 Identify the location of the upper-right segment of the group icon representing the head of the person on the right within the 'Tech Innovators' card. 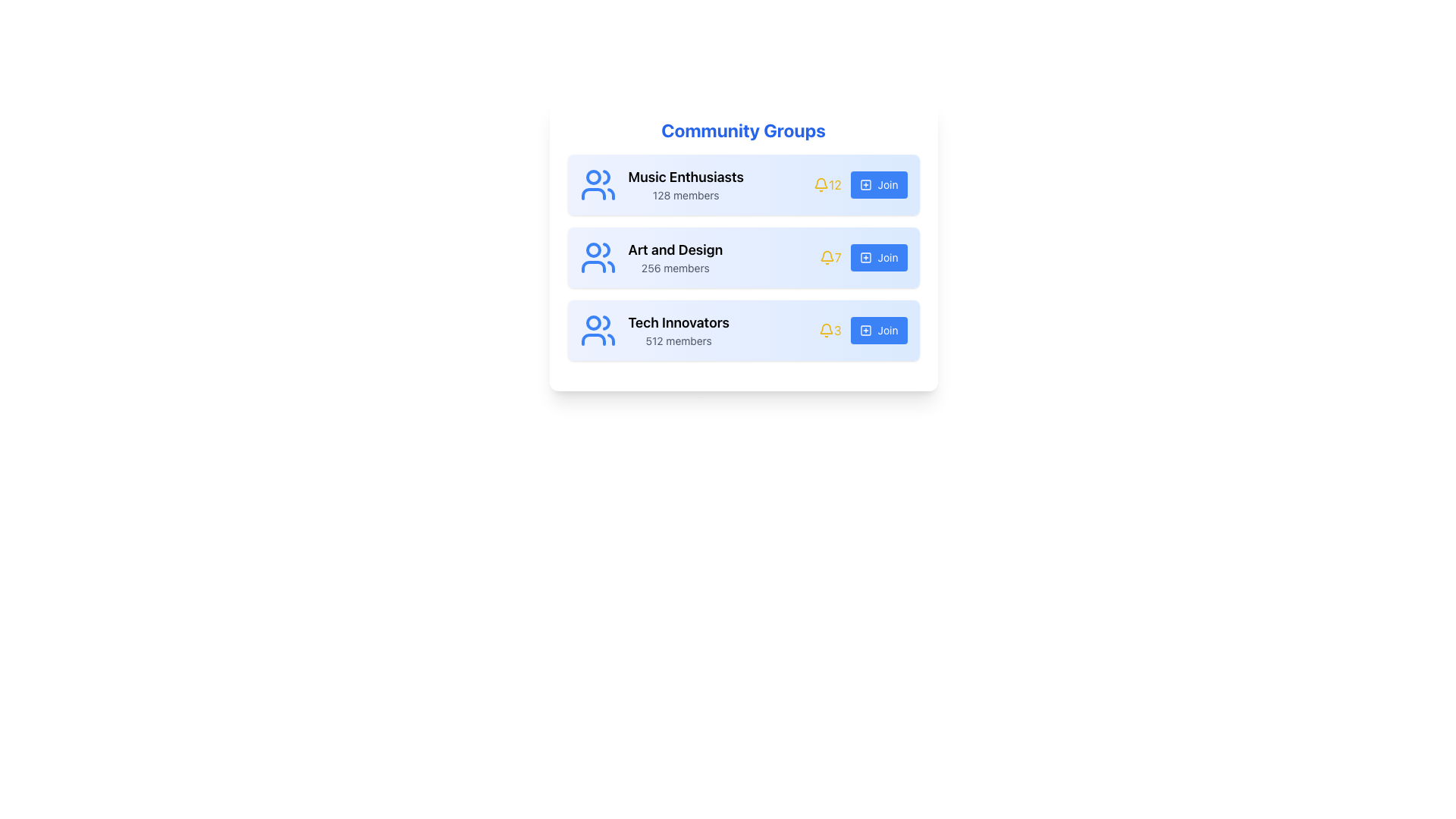
(605, 322).